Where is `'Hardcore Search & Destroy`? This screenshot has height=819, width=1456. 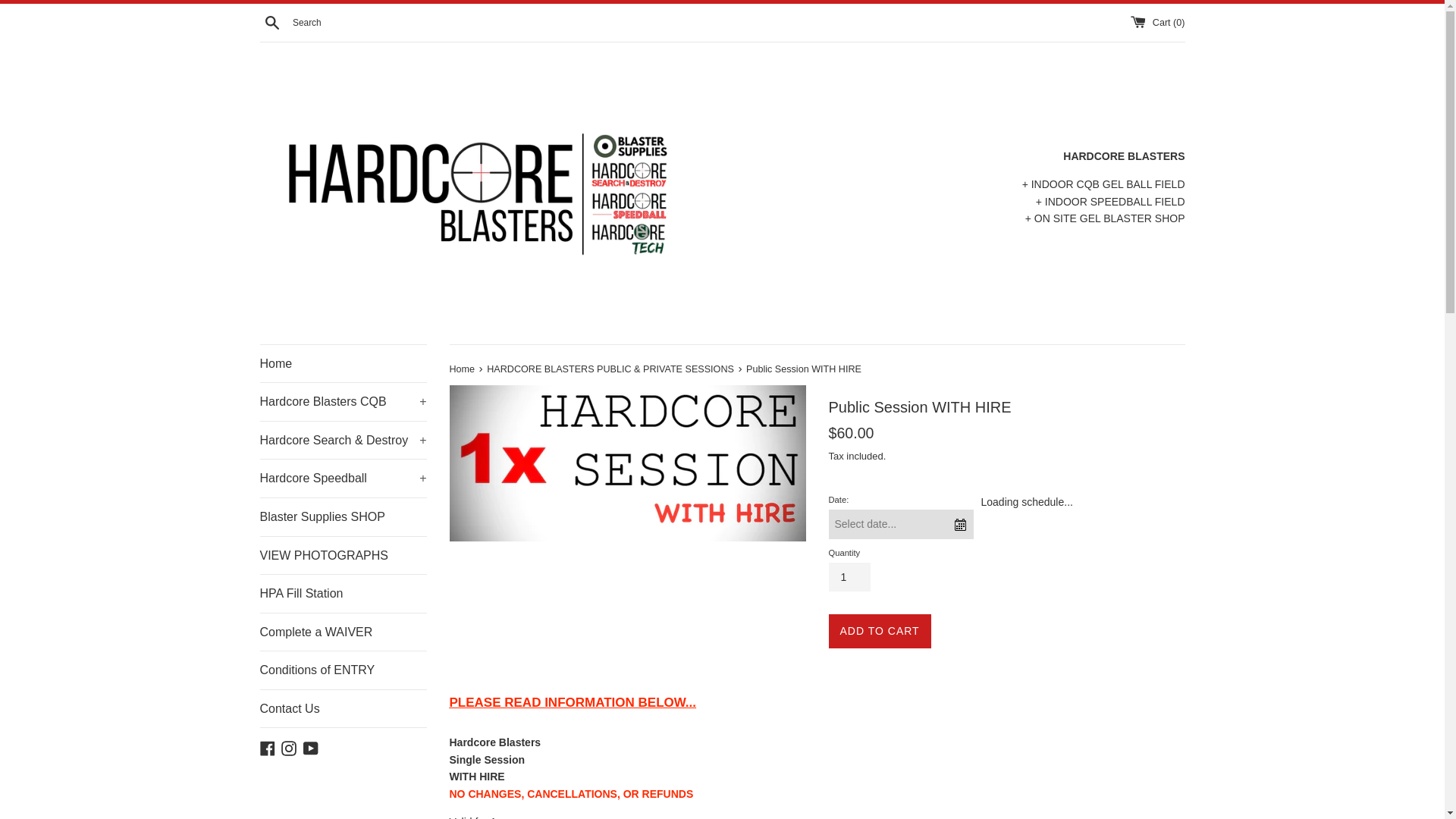
'Hardcore Search & Destroy is located at coordinates (259, 441).